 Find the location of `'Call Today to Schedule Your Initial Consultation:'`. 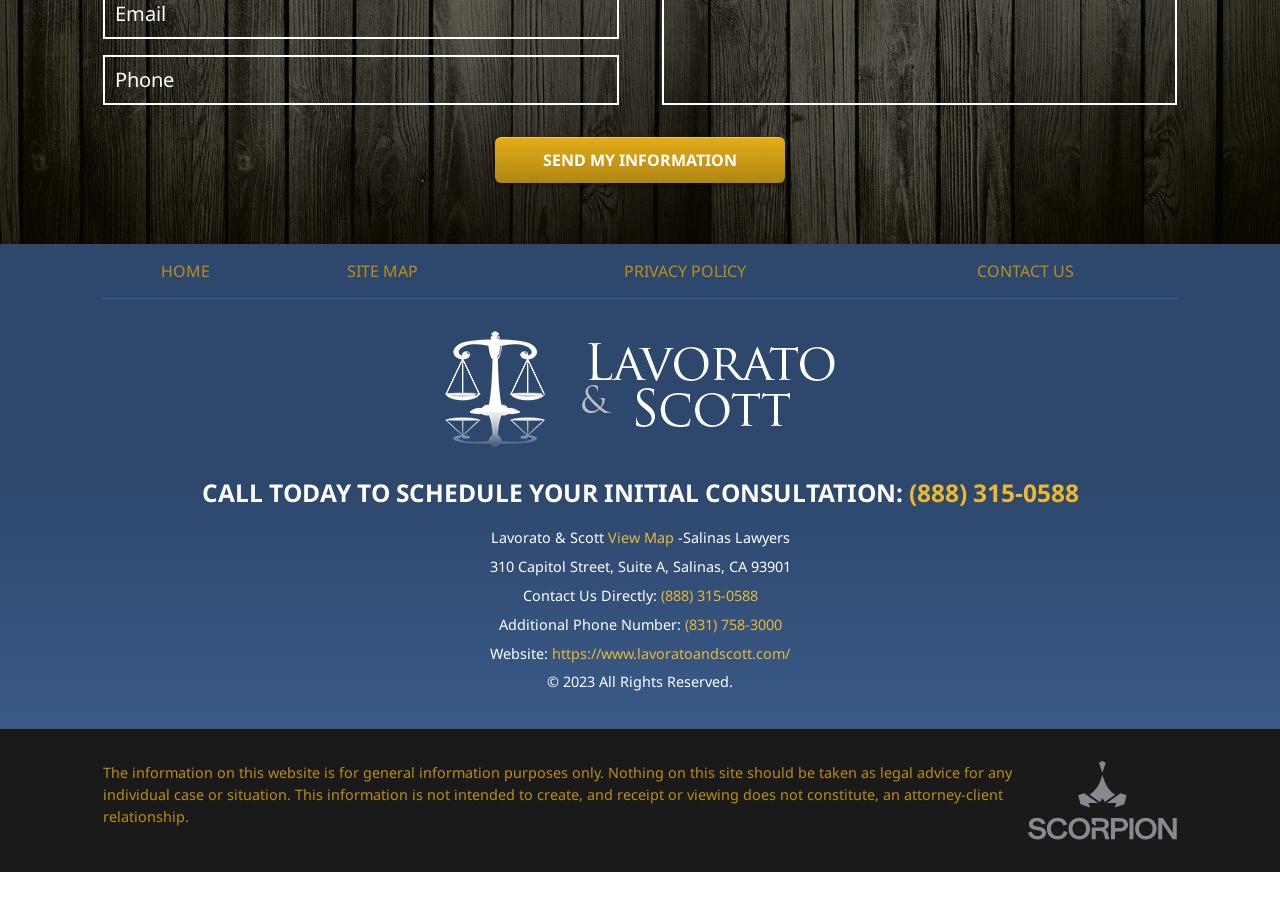

'Call Today to Schedule Your Initial Consultation:' is located at coordinates (554, 490).